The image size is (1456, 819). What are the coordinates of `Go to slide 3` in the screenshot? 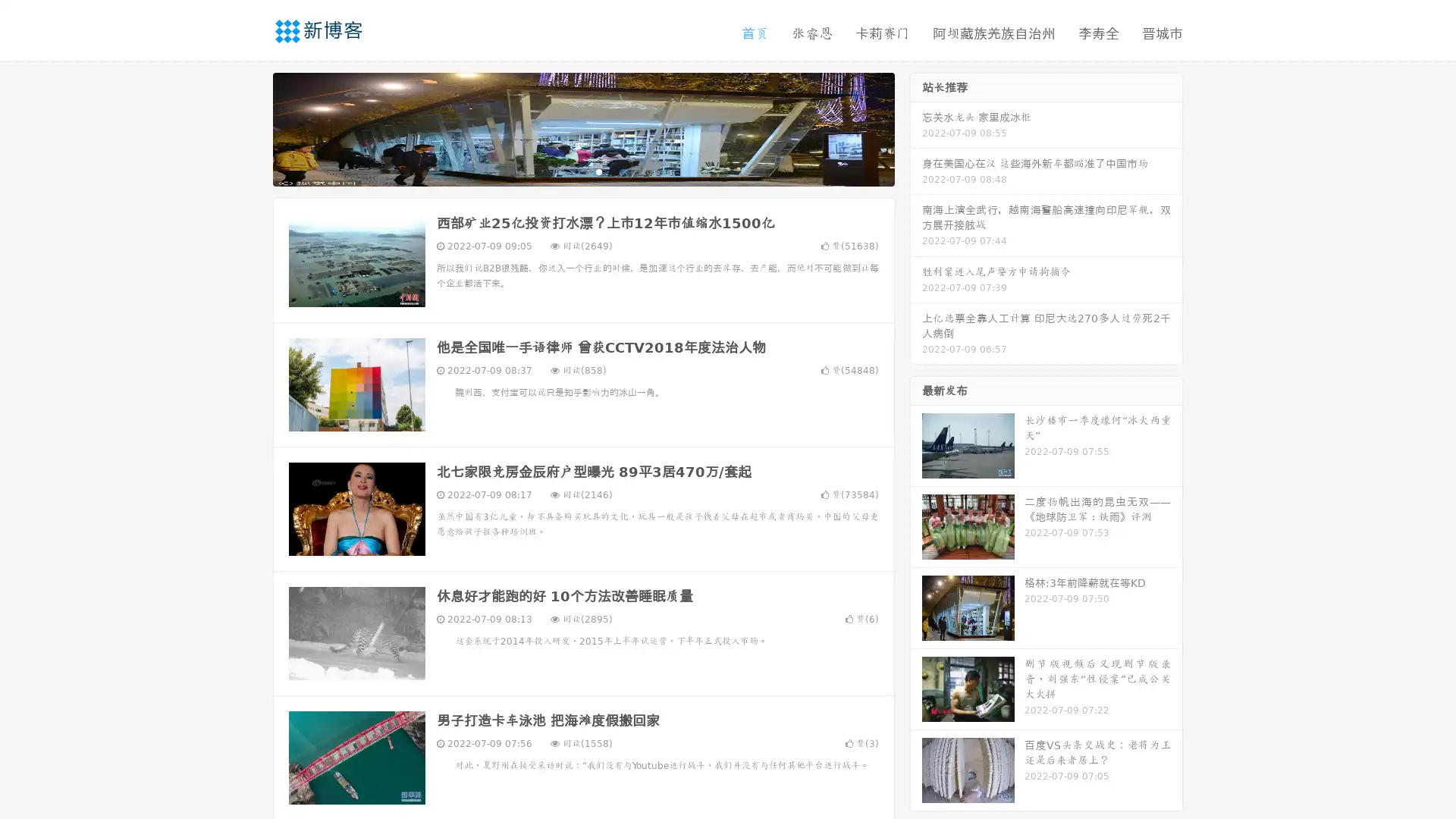 It's located at (598, 171).